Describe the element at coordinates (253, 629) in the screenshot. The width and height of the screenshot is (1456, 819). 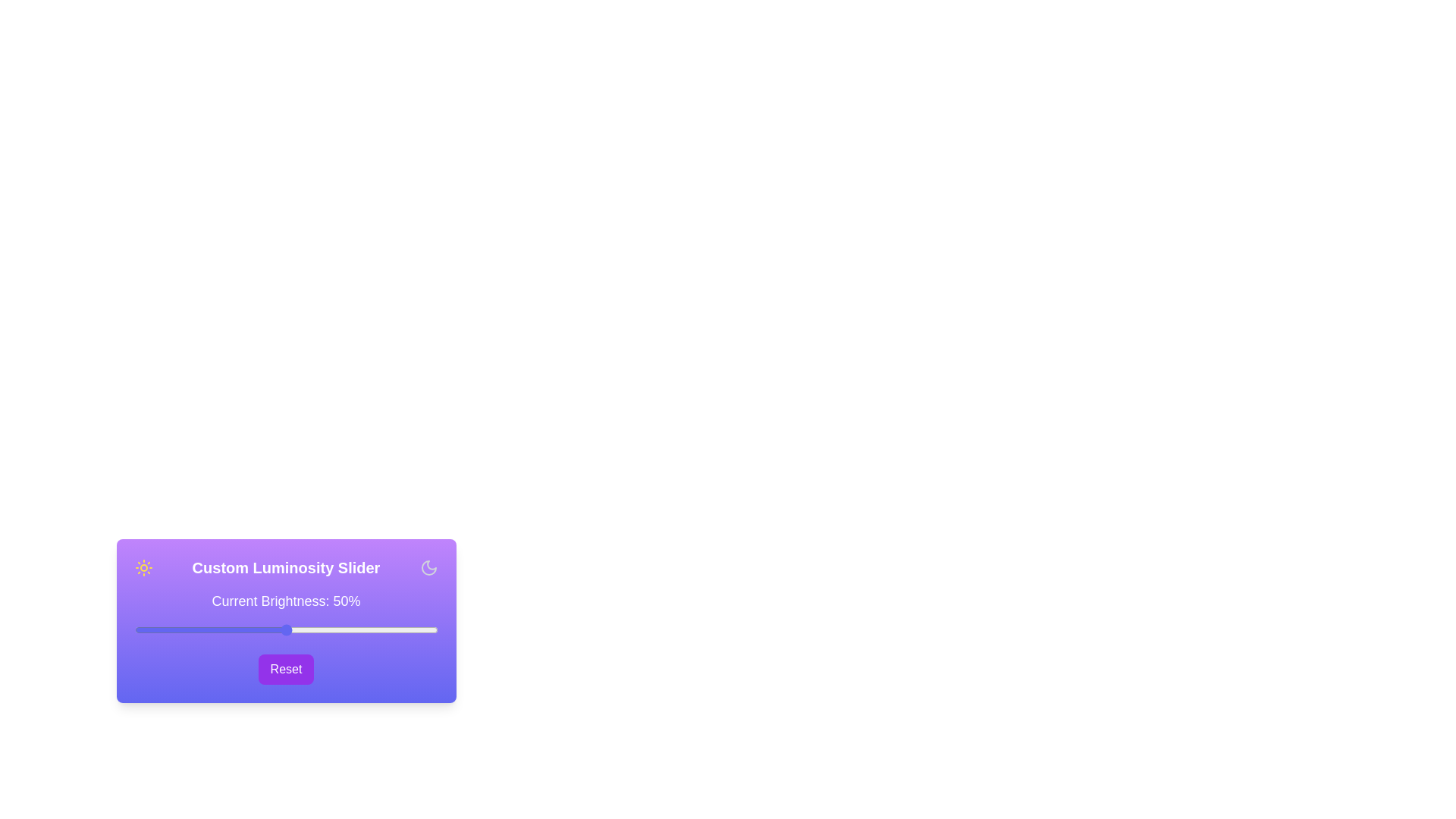
I see `brightness` at that location.